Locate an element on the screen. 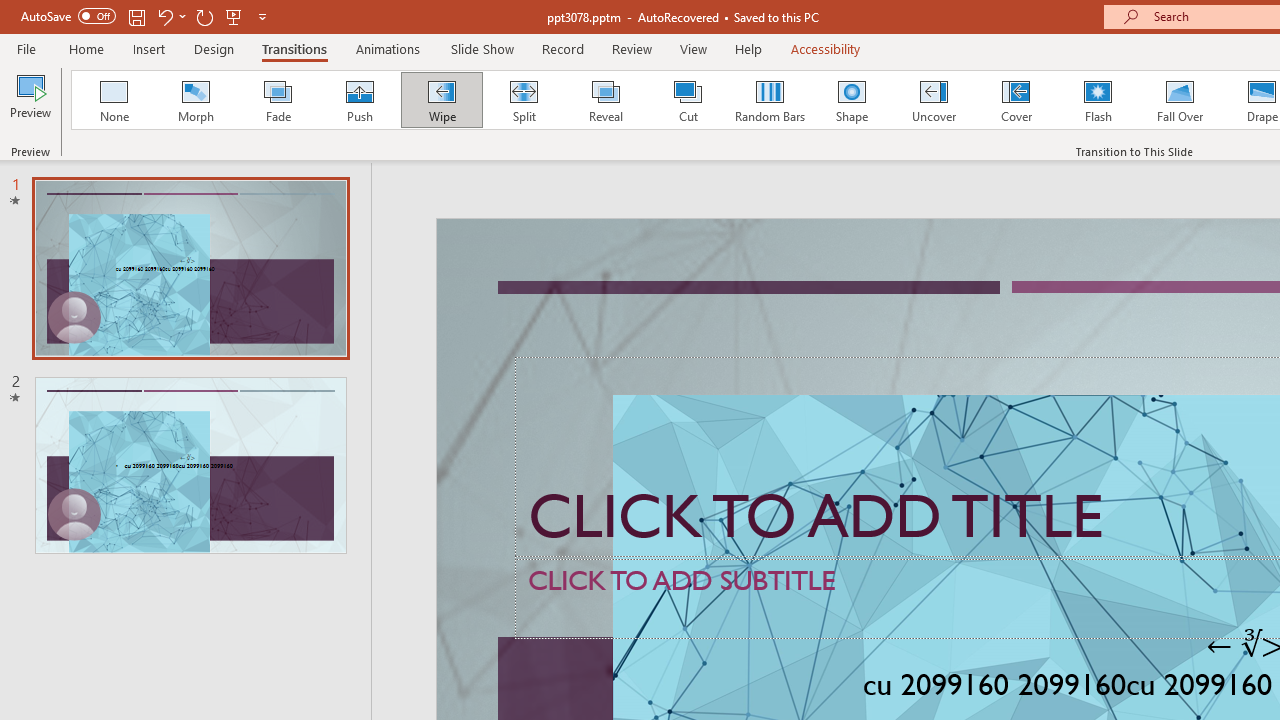 The image size is (1280, 720). 'Random Bars' is located at coordinates (769, 100).